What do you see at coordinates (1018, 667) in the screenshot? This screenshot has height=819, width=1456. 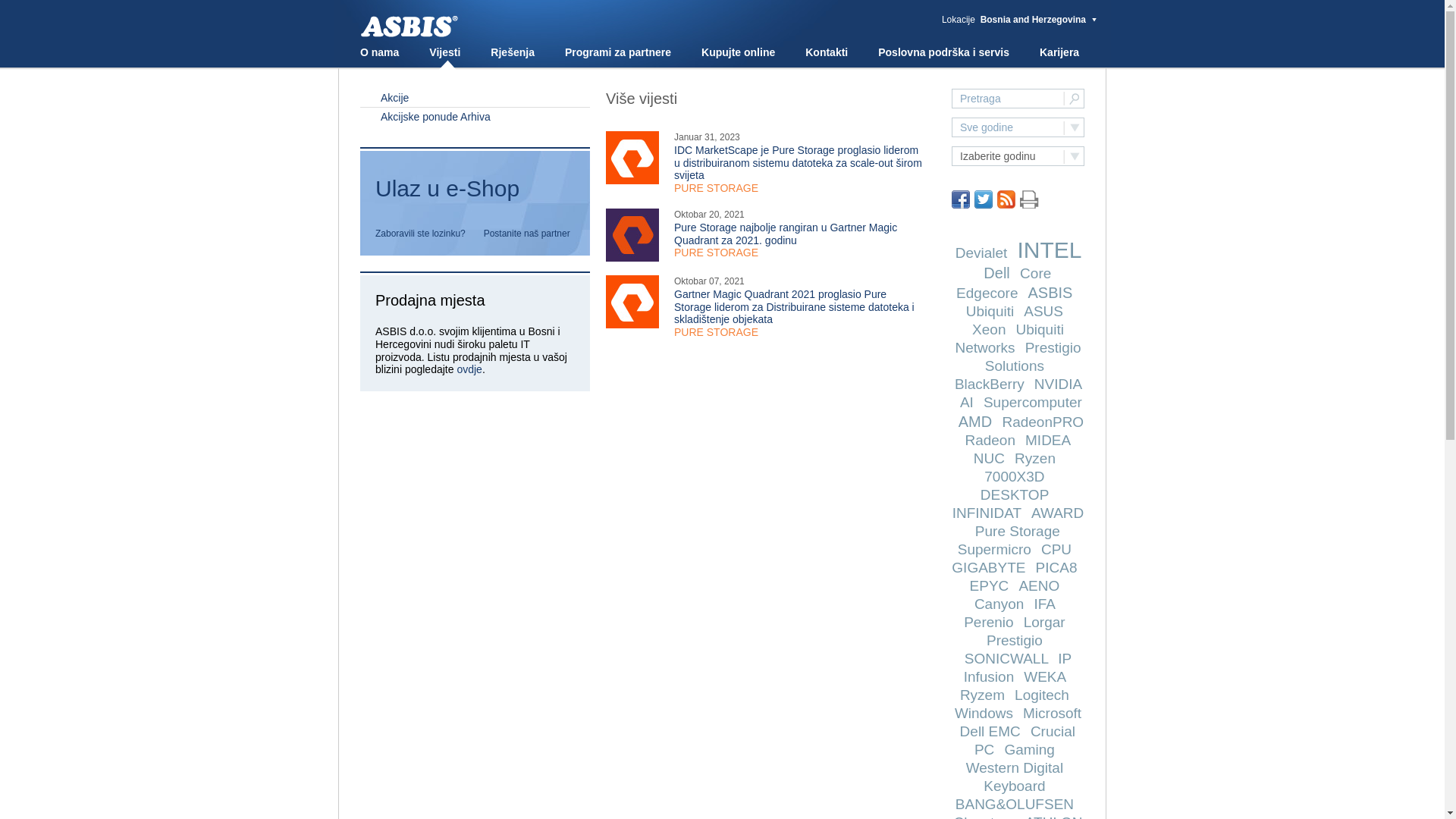 I see `'IP Infusion'` at bounding box center [1018, 667].